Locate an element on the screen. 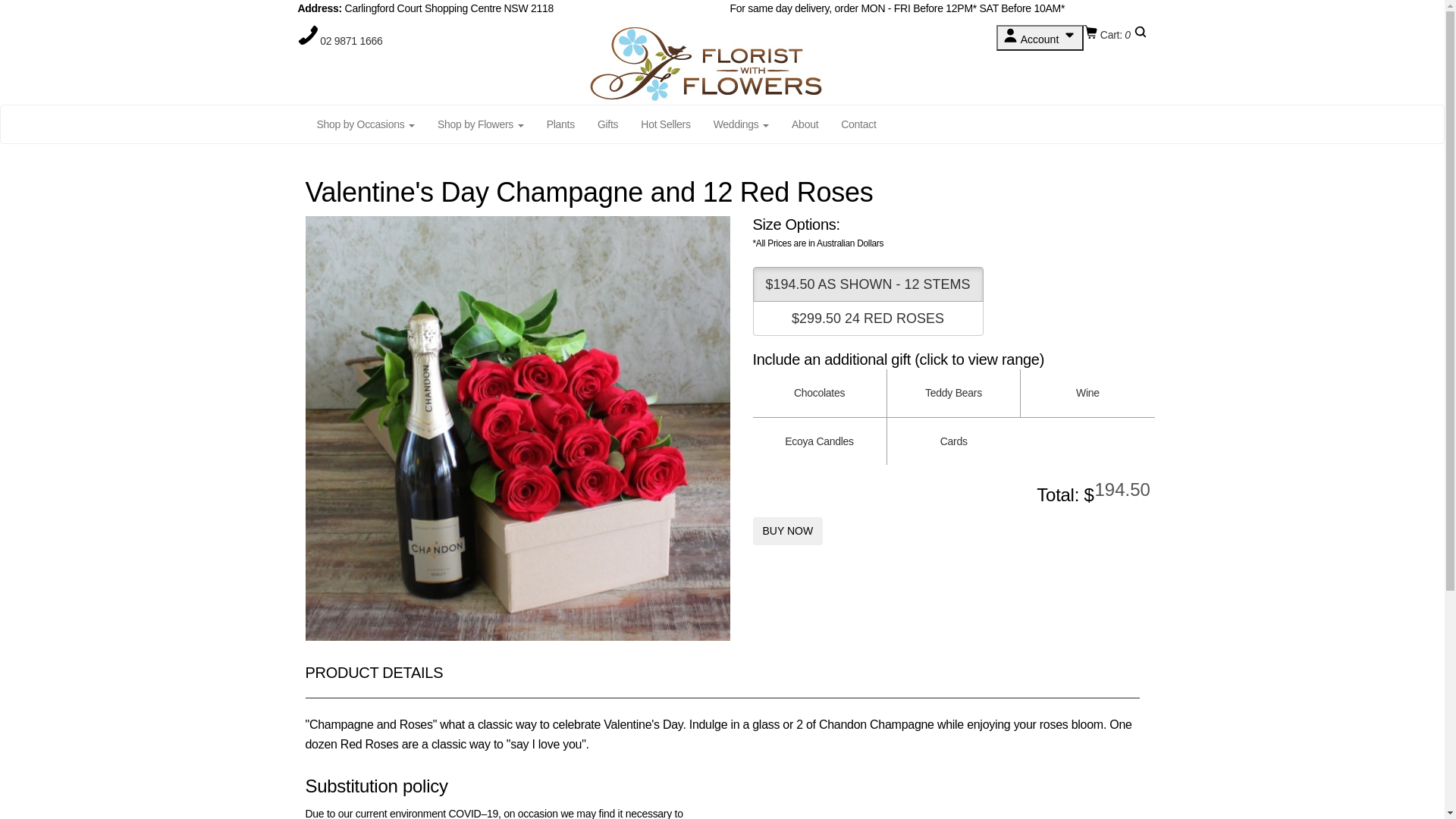  '$299.50 24 RED ROSES' is located at coordinates (867, 318).